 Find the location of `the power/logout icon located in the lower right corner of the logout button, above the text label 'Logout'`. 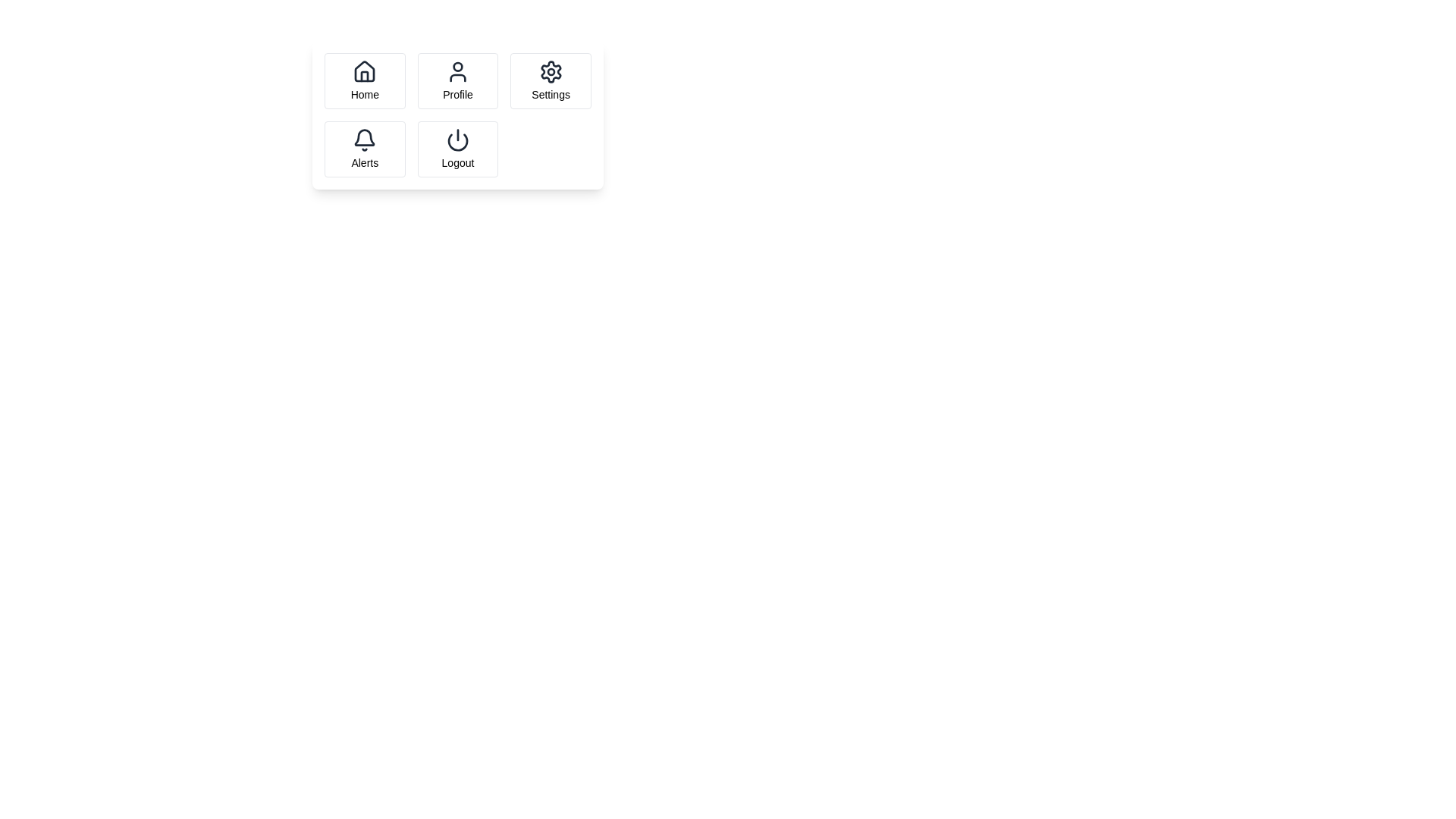

the power/logout icon located in the lower right corner of the logout button, above the text label 'Logout' is located at coordinates (457, 140).